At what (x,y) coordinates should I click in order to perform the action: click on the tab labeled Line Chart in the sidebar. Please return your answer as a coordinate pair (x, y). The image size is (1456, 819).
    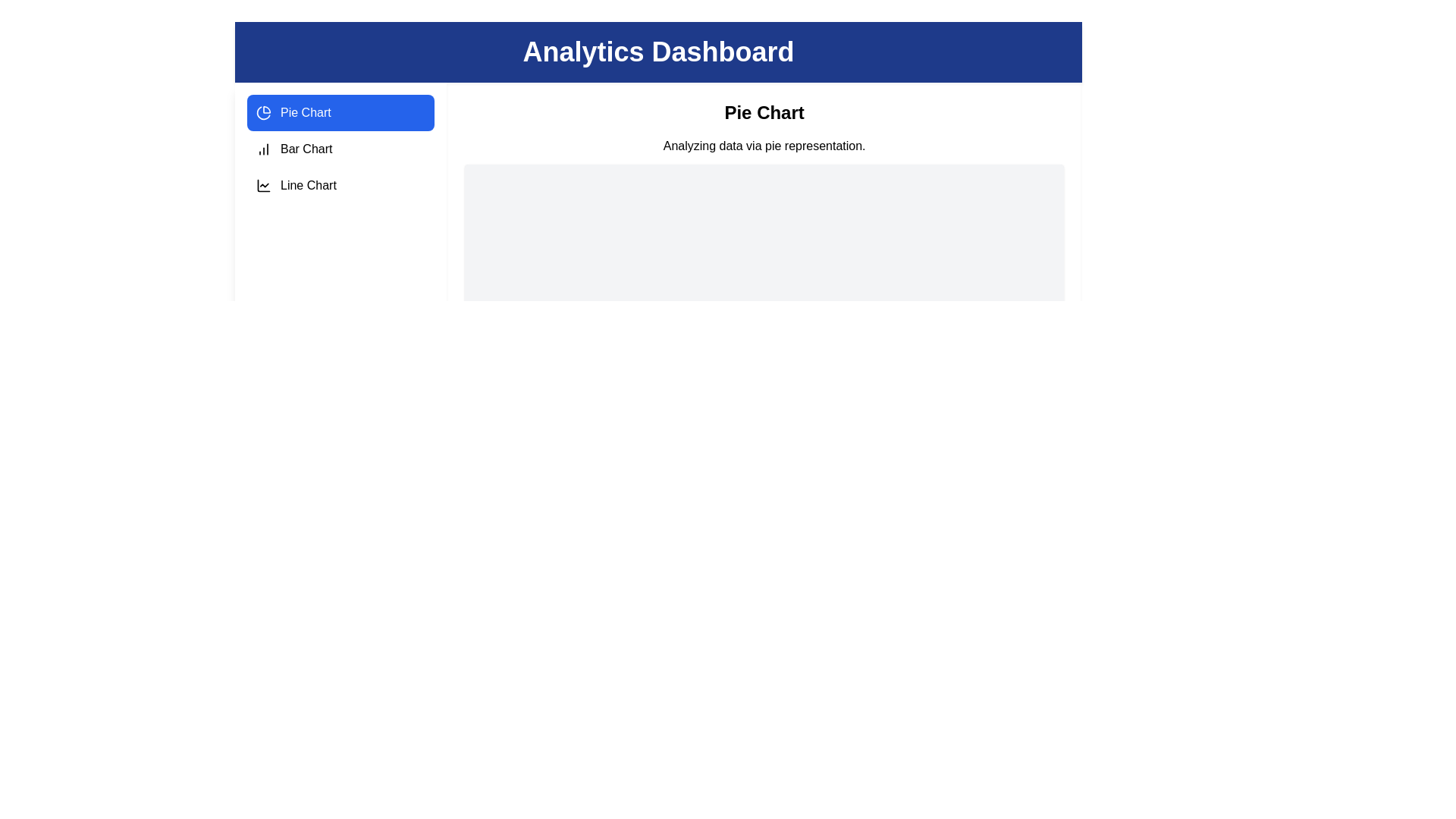
    Looking at the image, I should click on (340, 185).